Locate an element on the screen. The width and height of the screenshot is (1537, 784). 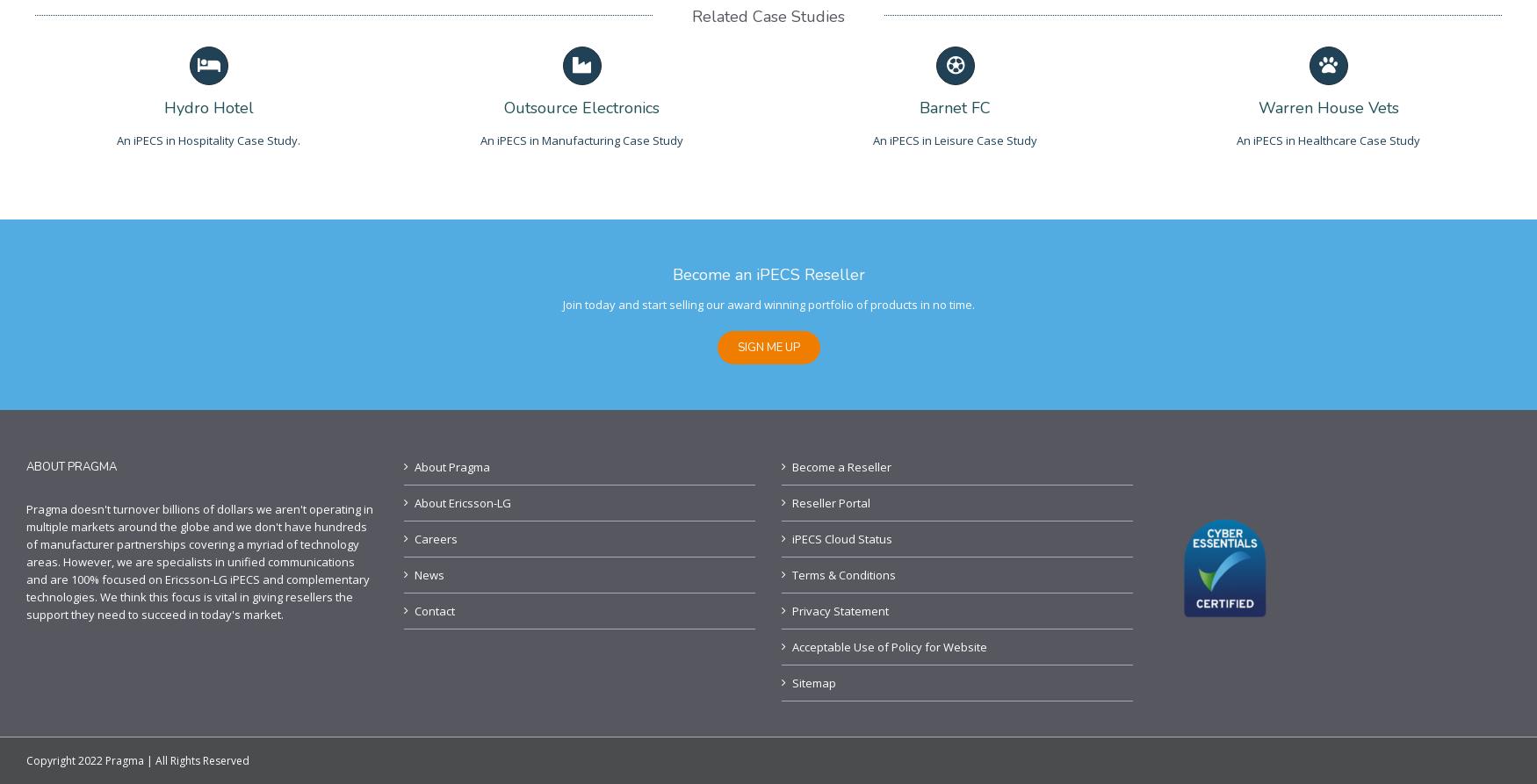
'An iPECS in Leisure Case Study' is located at coordinates (955, 140).